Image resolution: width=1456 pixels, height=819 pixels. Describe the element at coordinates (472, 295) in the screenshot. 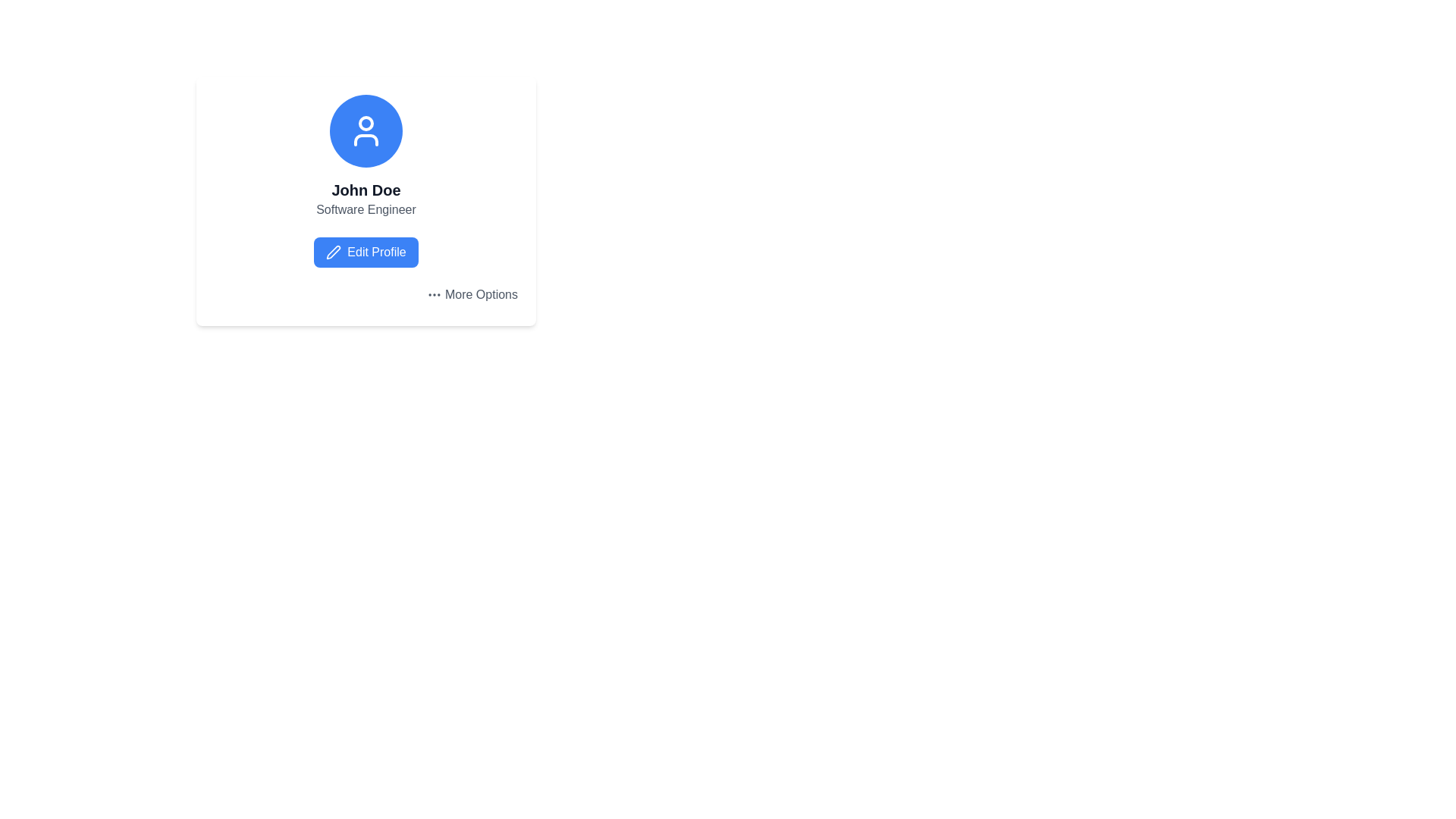

I see `the button with icon and text located at the bottom-right corner of the user profile section` at that location.